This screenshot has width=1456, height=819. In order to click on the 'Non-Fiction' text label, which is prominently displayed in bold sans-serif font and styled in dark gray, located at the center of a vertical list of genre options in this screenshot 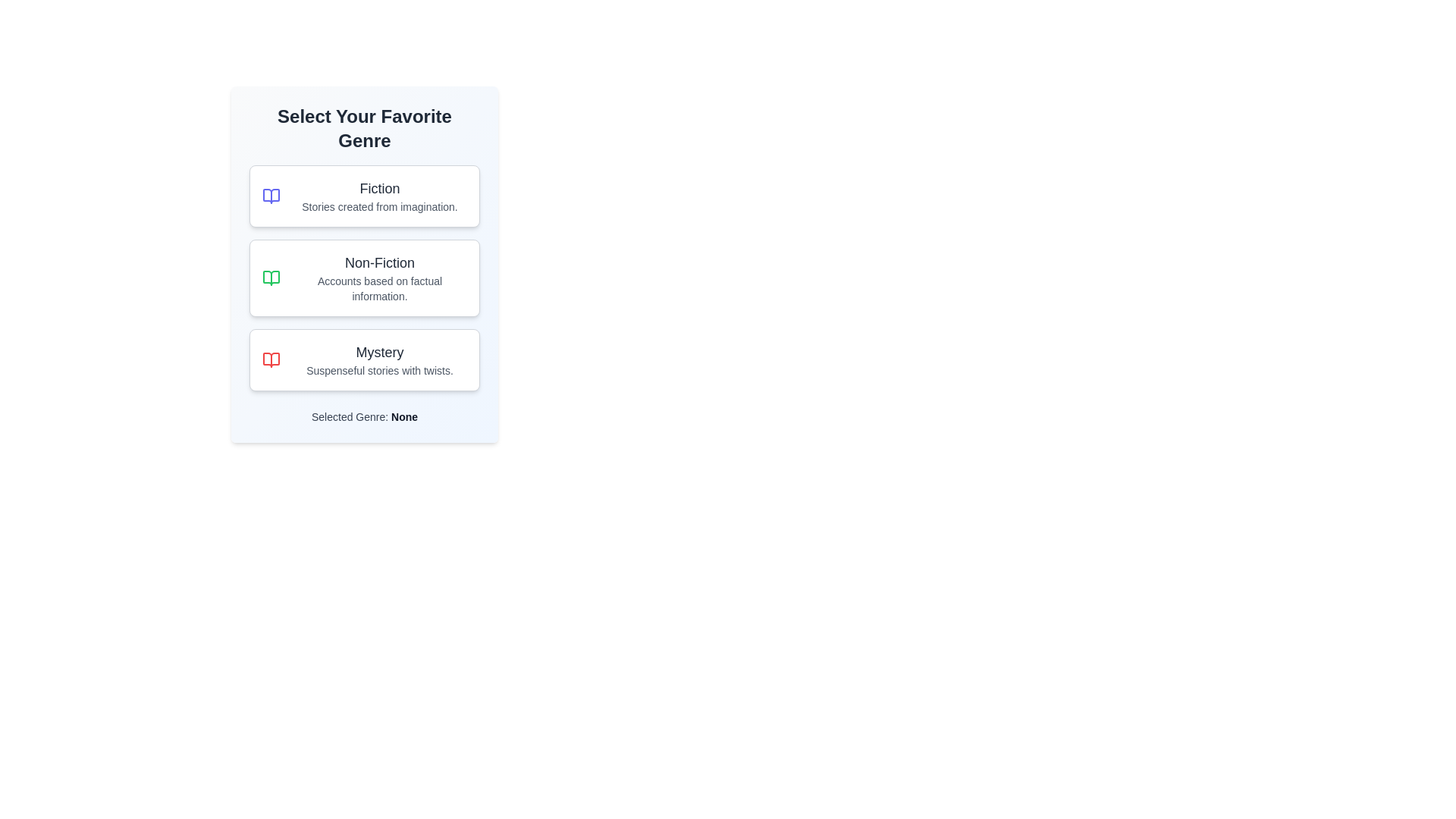, I will do `click(379, 262)`.